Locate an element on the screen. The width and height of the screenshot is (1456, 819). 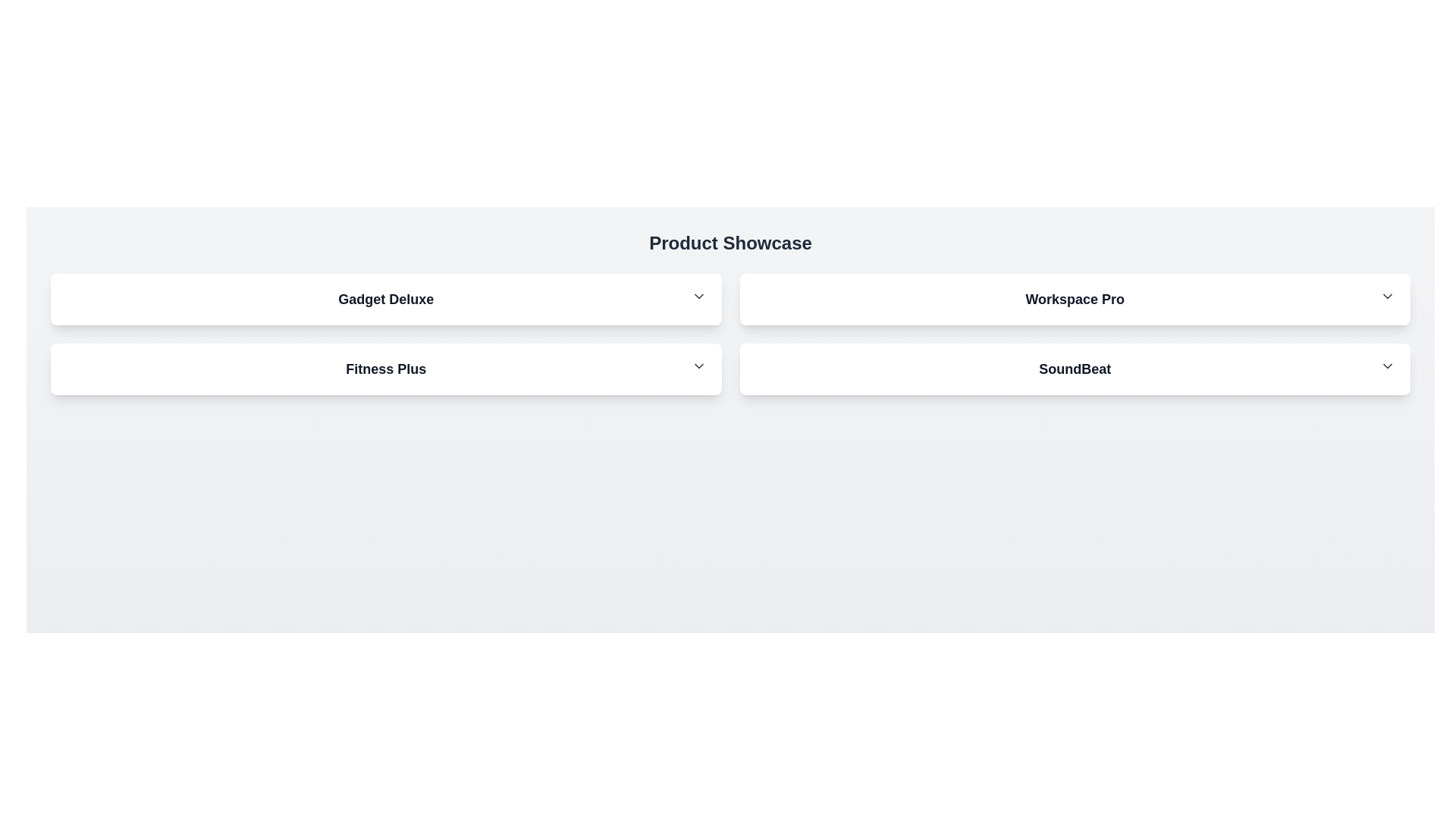
the 'Workspace Pro' button or card, which is styled with a white background and rounded corners, located in the top-right corner of a grid layout is located at coordinates (1074, 299).